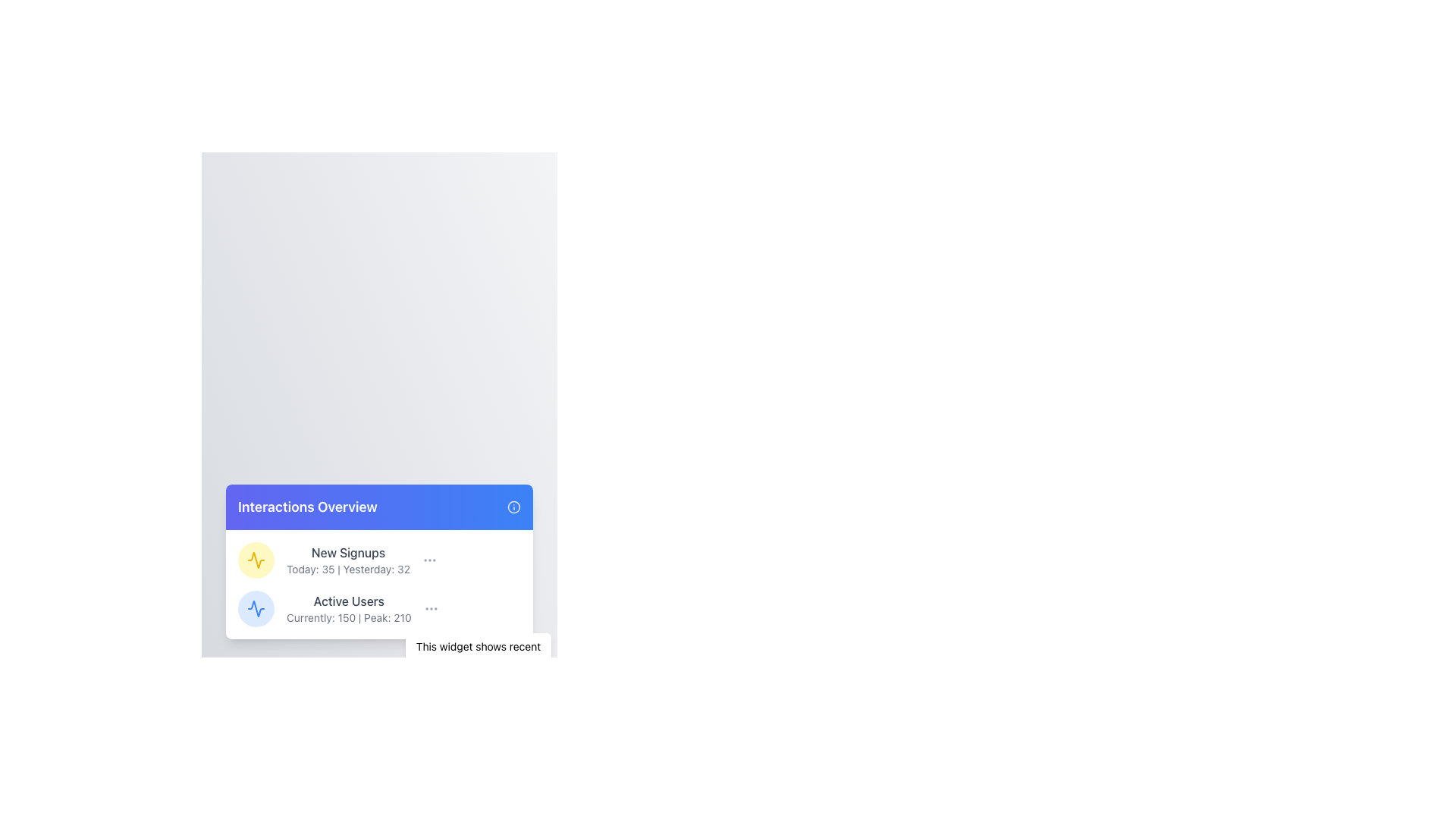  What do you see at coordinates (256, 560) in the screenshot?
I see `the circular yellow icon with a heartbeat wave symbol located on the left side of the 'New Signups' card in the 'Interactions Overview' widget` at bounding box center [256, 560].